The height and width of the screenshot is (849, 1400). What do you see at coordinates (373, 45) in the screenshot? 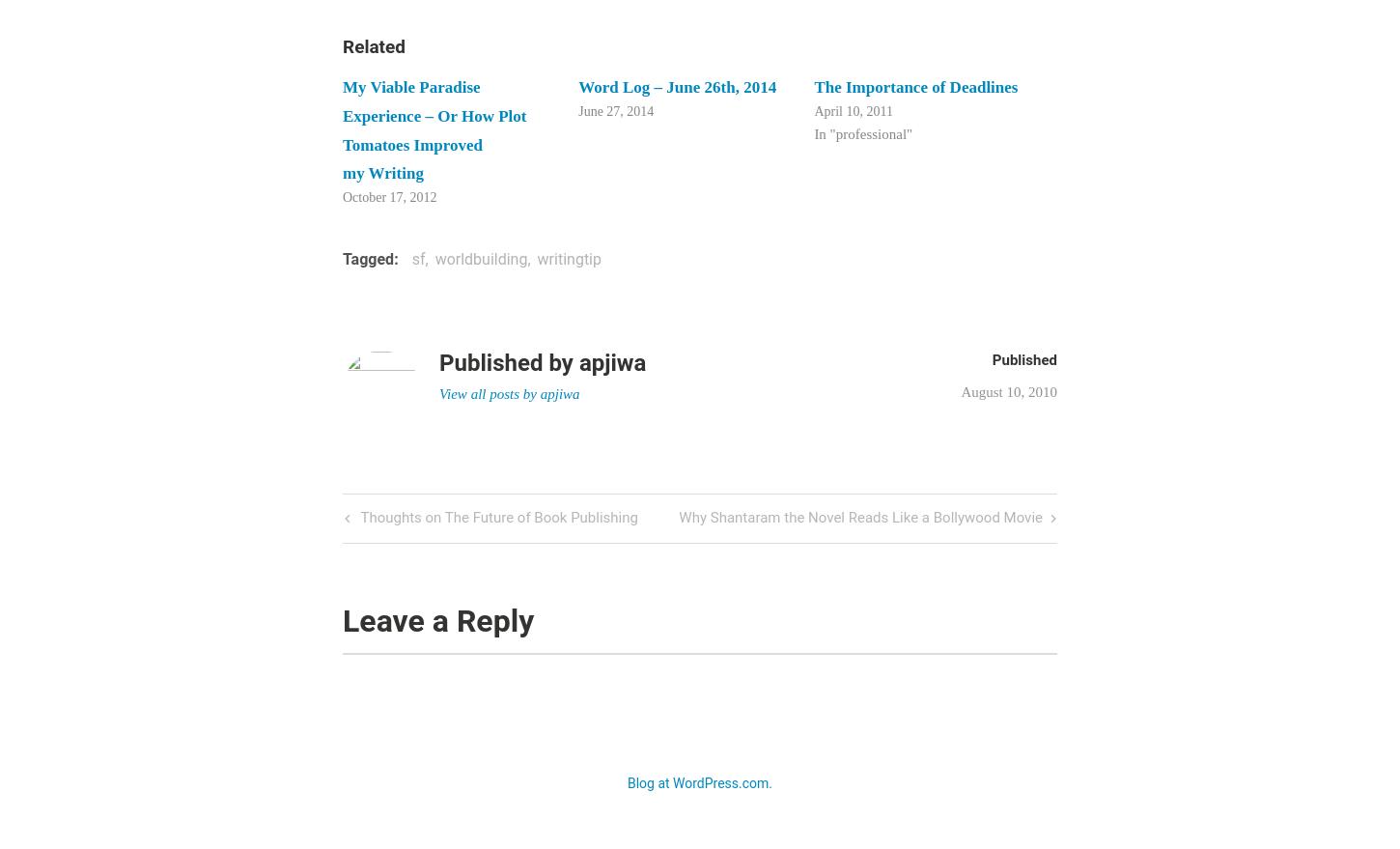
I see `'Related'` at bounding box center [373, 45].